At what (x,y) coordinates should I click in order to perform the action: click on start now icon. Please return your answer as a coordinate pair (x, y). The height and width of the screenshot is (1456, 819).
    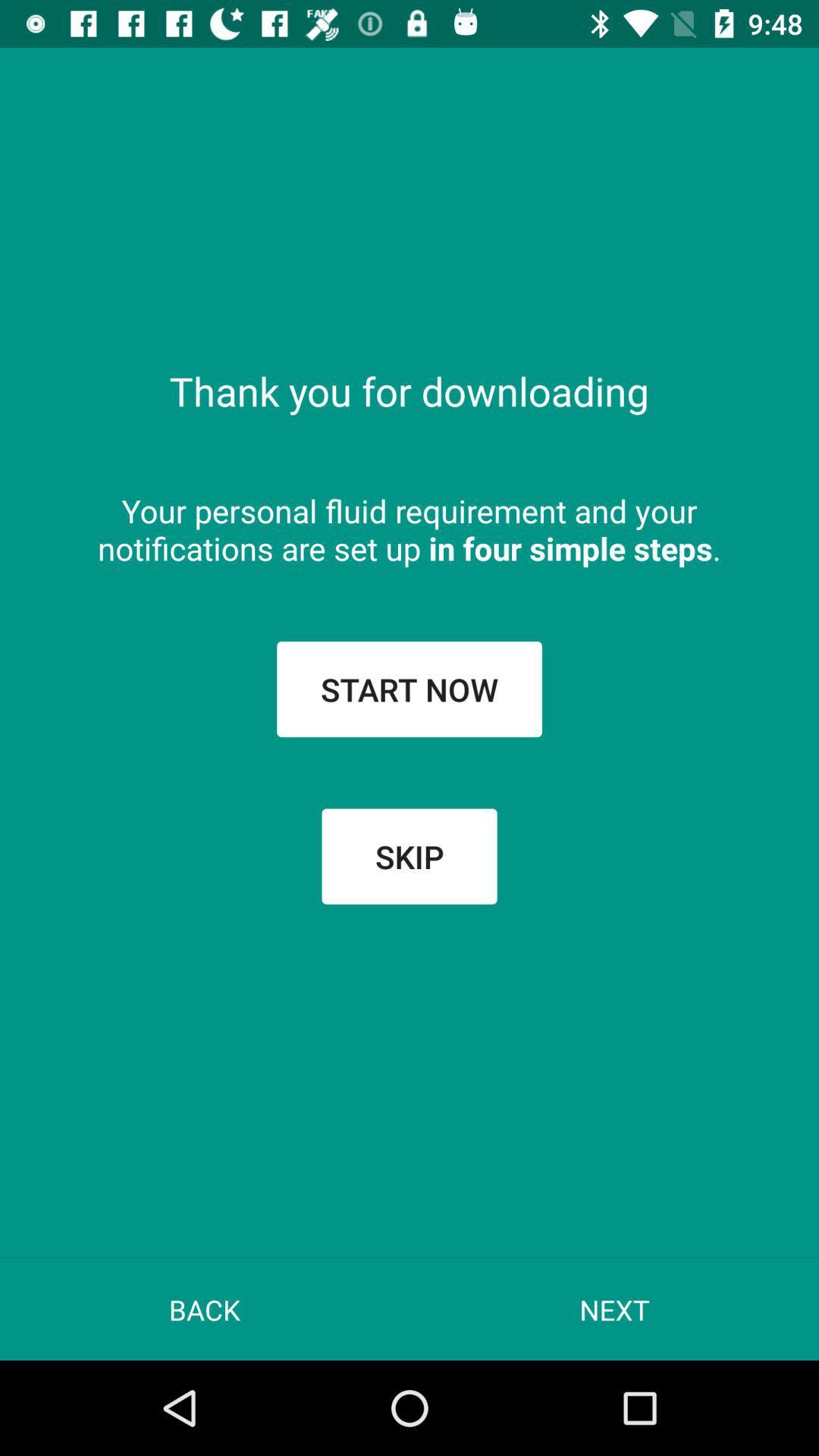
    Looking at the image, I should click on (409, 688).